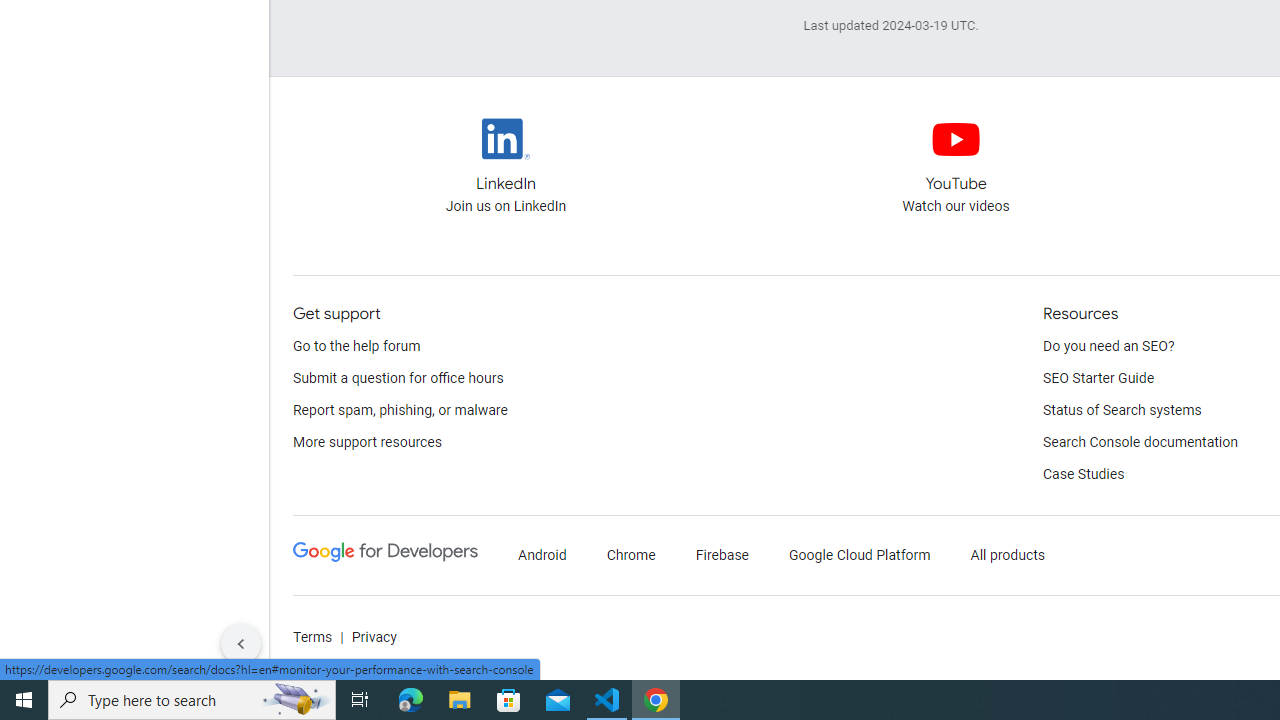 The image size is (1280, 720). What do you see at coordinates (240, 644) in the screenshot?
I see `'Hide side navigation'` at bounding box center [240, 644].